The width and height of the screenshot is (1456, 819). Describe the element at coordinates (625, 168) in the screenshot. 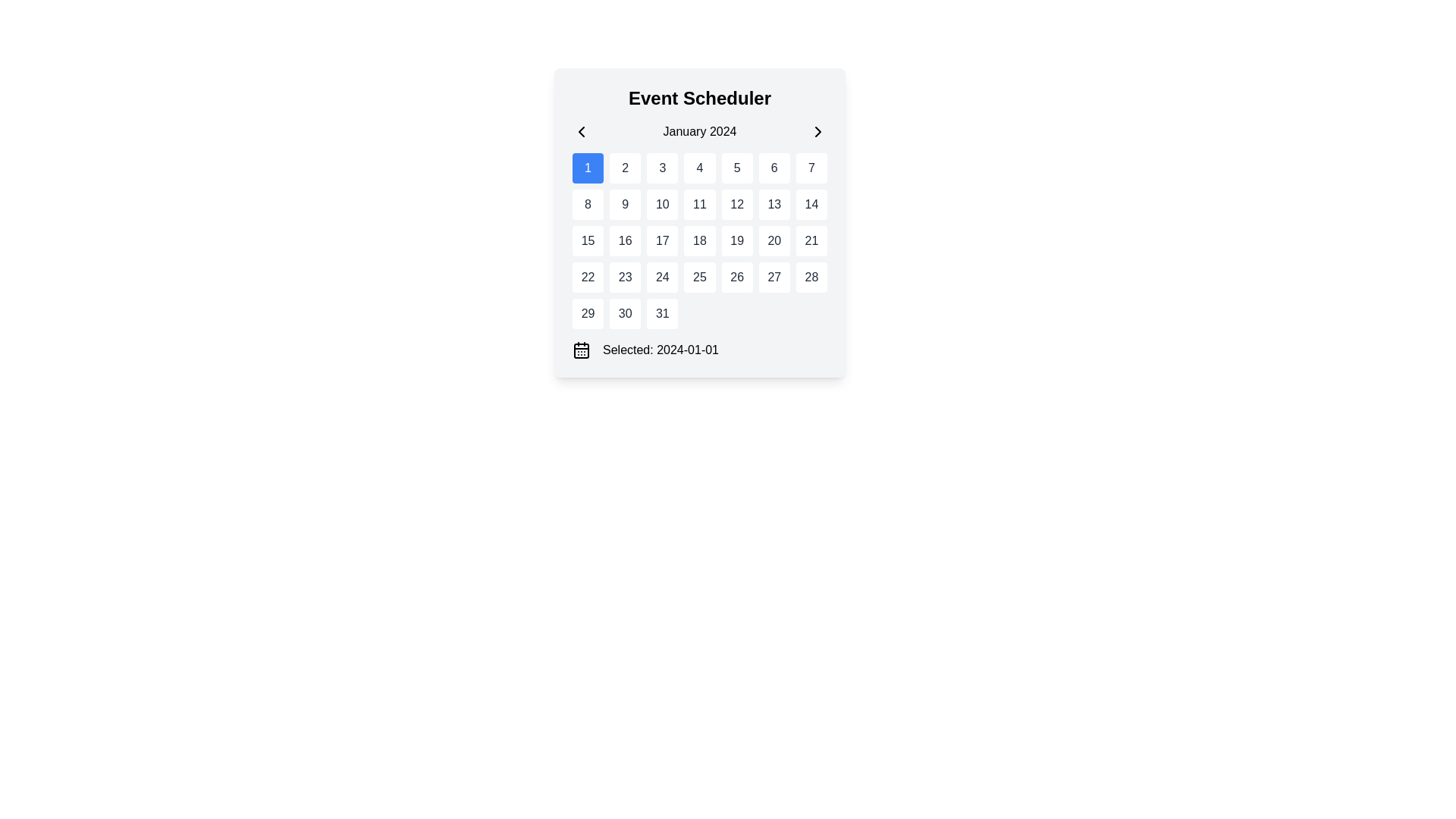

I see `the button displaying the number '2' in a rounded square box` at that location.